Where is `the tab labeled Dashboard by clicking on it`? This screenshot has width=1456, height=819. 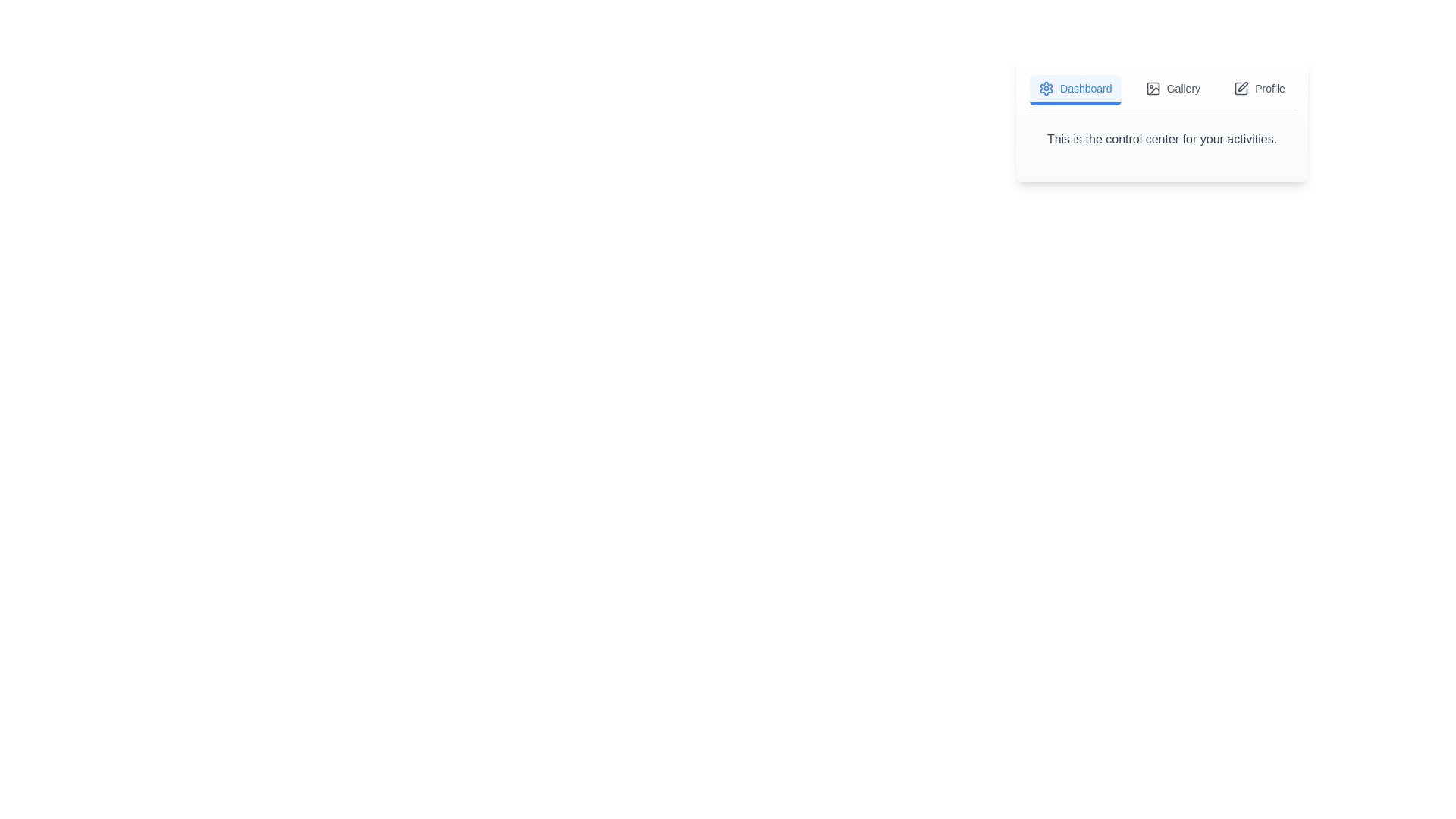 the tab labeled Dashboard by clicking on it is located at coordinates (1074, 90).